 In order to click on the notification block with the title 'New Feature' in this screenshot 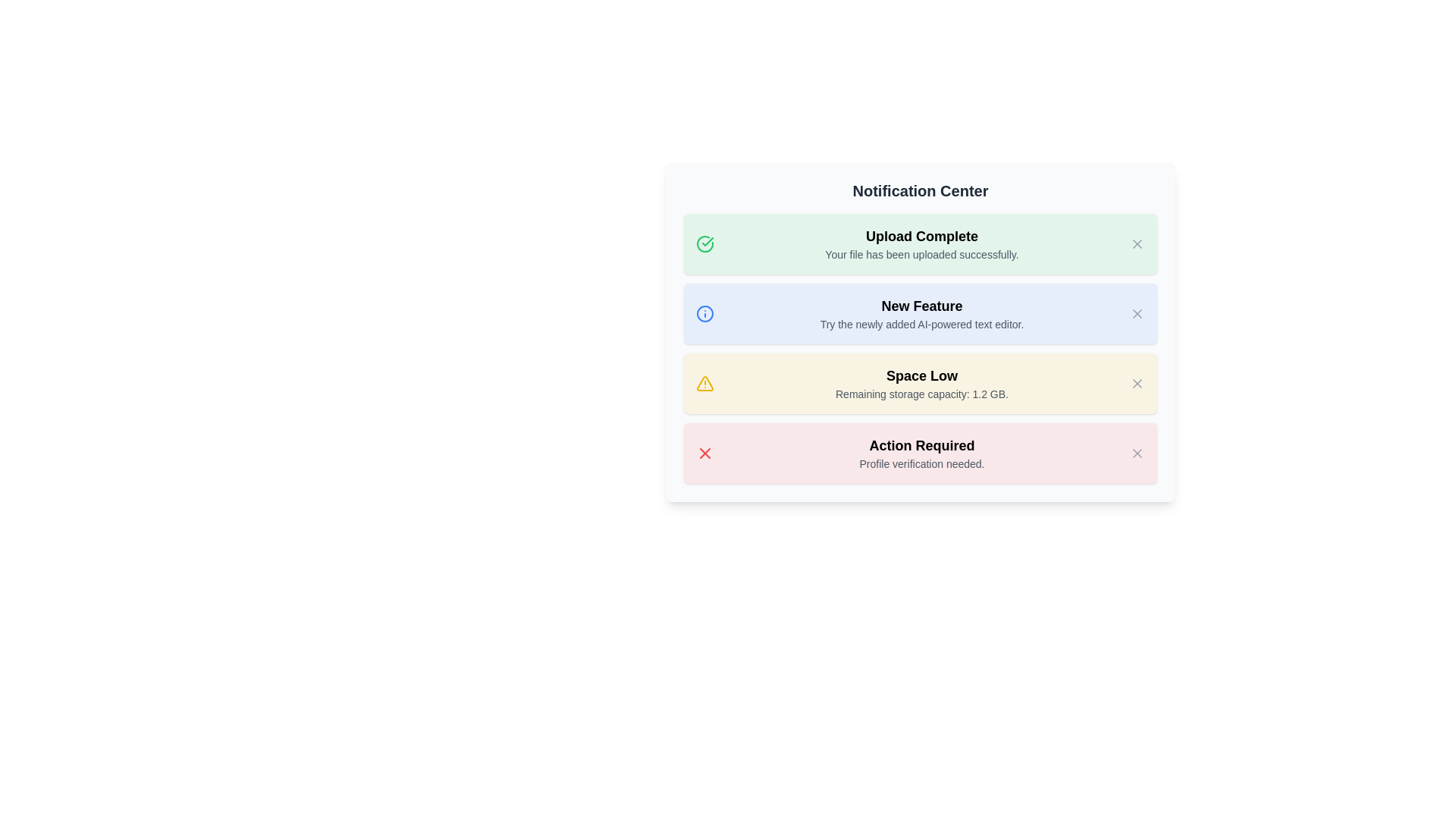, I will do `click(920, 331)`.